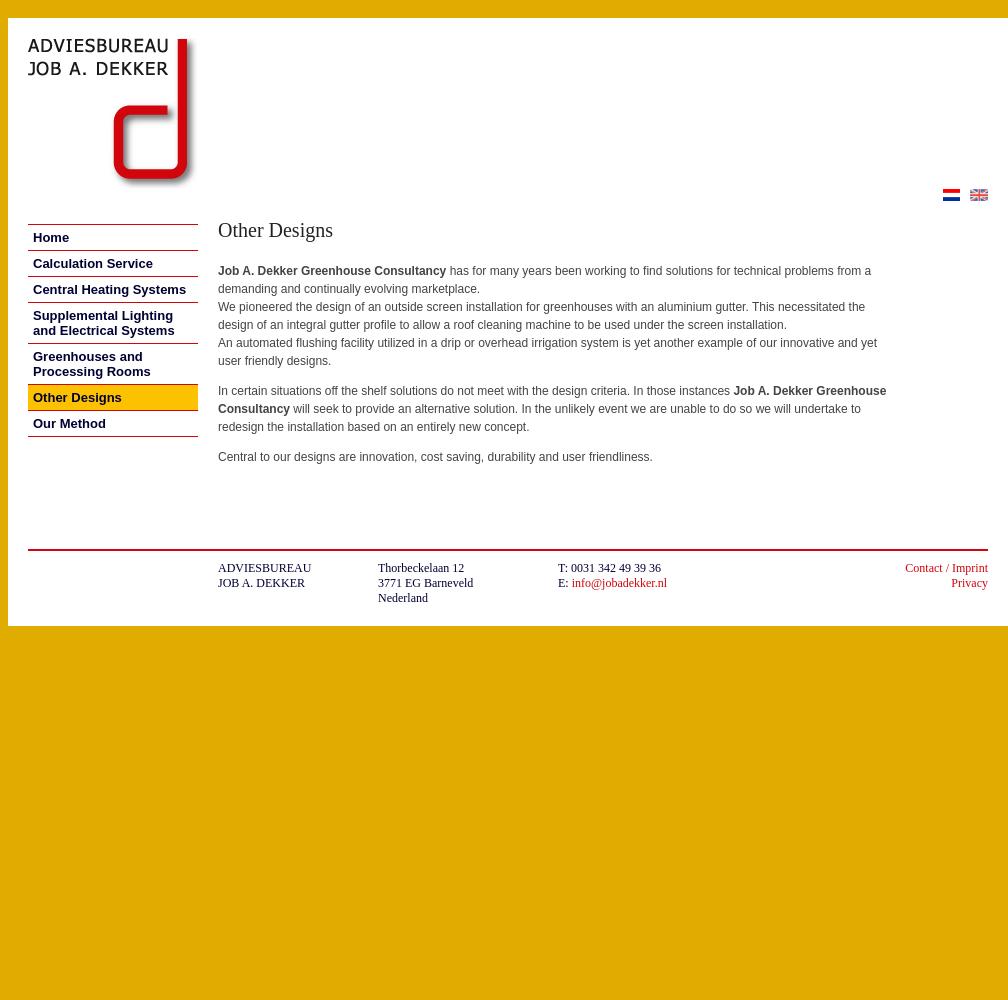 Image resolution: width=1008 pixels, height=1000 pixels. I want to click on 'Supplemental Lighting and Electrical Systems', so click(103, 322).